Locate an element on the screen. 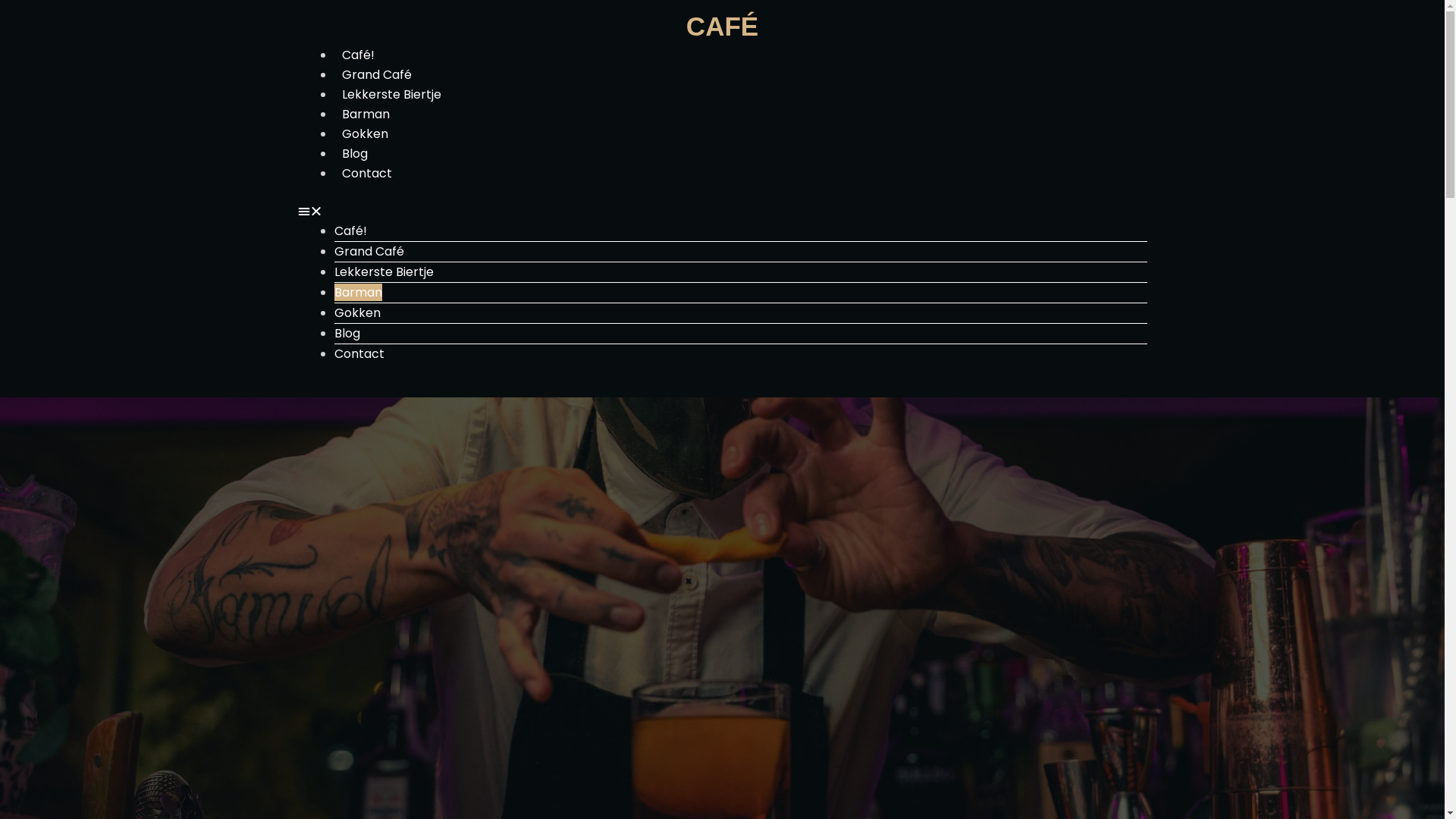 The width and height of the screenshot is (1456, 819). 'Contact' is located at coordinates (366, 172).